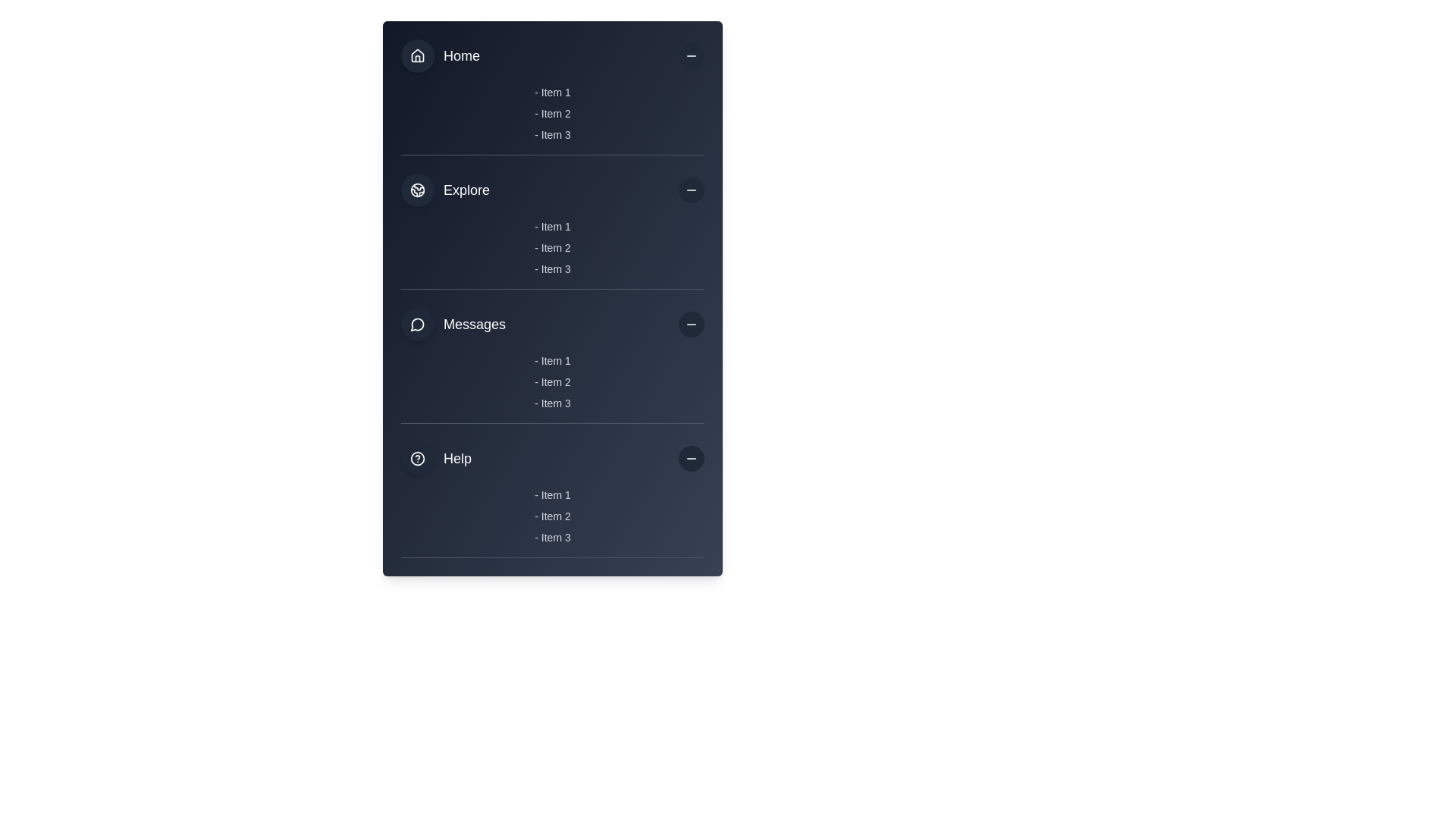 The image size is (1456, 819). Describe the element at coordinates (474, 324) in the screenshot. I see `the 'Messages' text label` at that location.